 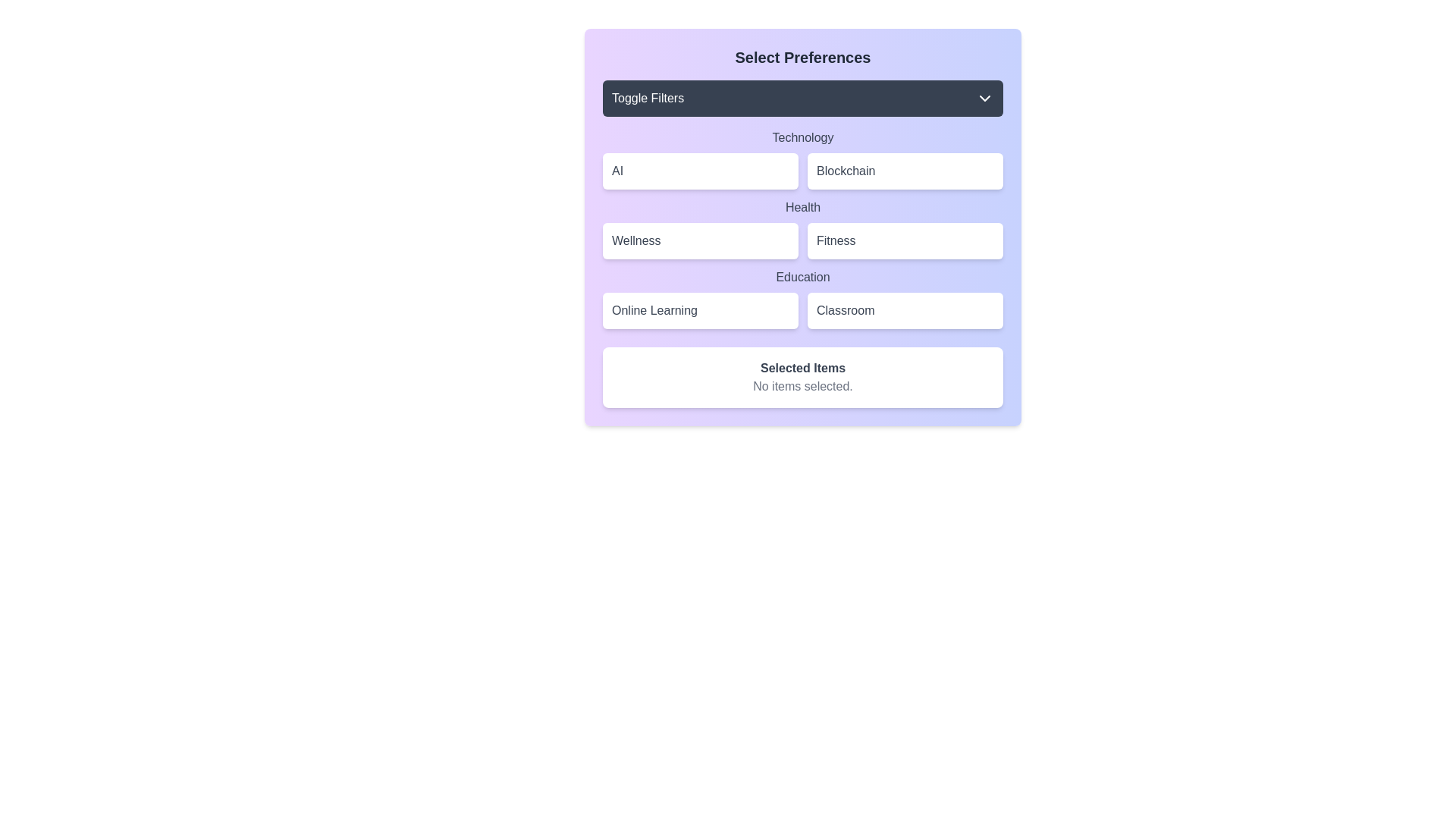 What do you see at coordinates (802, 228) in the screenshot?
I see `a button from the group of preference categories labeled 'Technology', 'Health', or 'Education' which are organized into sections within the 'Select Preferences' card` at bounding box center [802, 228].